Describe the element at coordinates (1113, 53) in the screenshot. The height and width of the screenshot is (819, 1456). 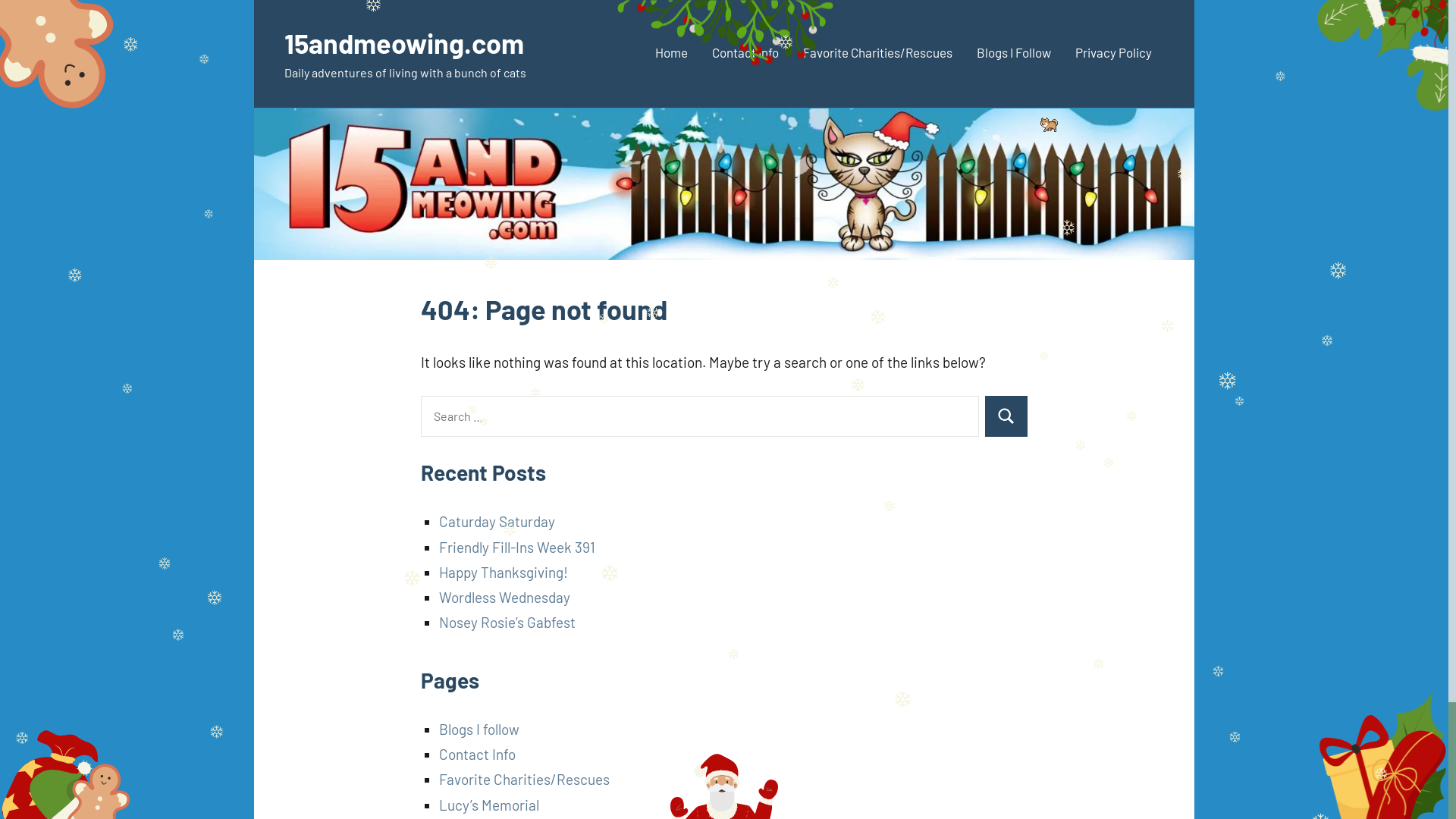
I see `'Privacy Policy'` at that location.